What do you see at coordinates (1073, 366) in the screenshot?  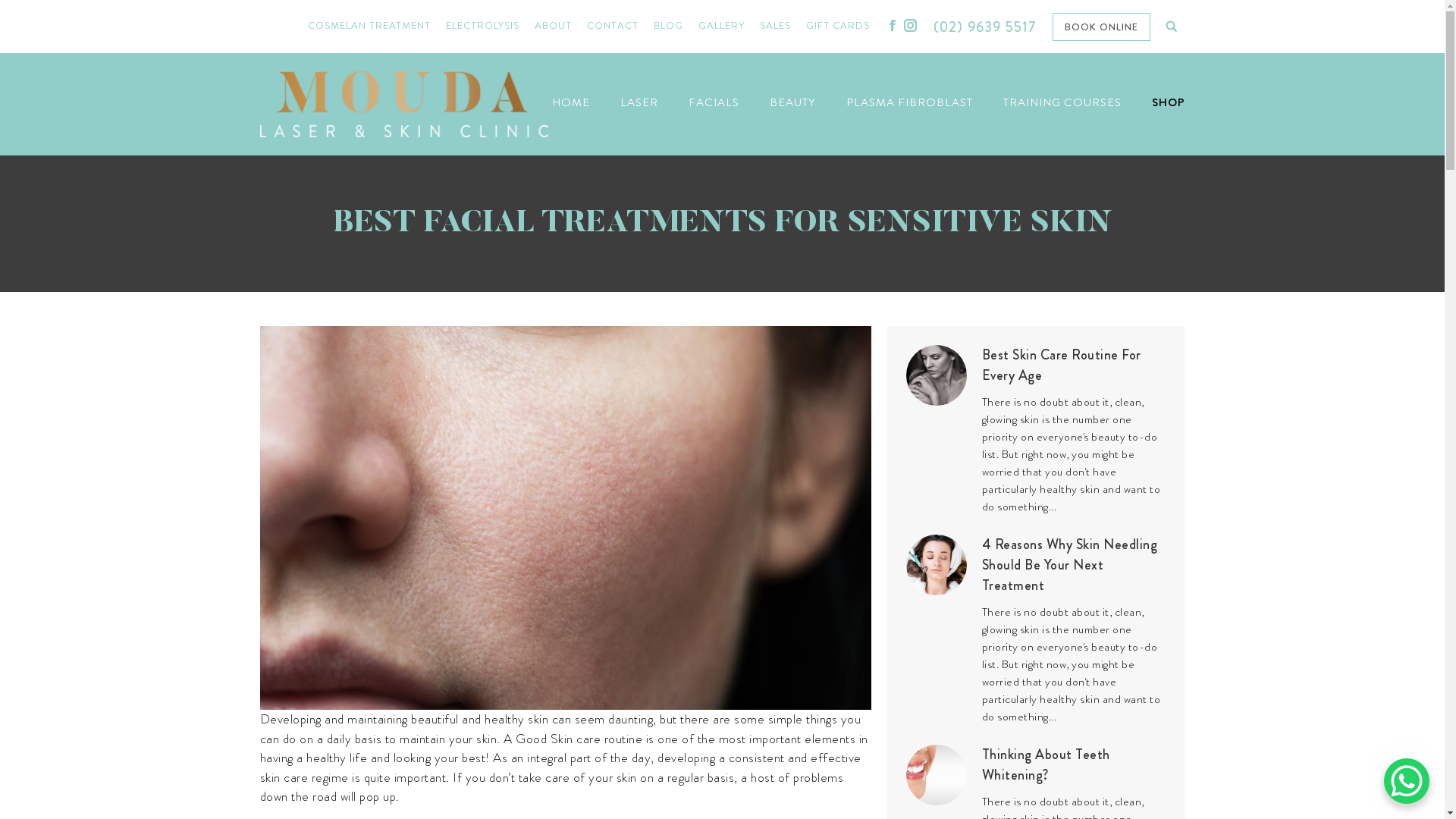 I see `'Best Skin Care Routine For Every Age'` at bounding box center [1073, 366].